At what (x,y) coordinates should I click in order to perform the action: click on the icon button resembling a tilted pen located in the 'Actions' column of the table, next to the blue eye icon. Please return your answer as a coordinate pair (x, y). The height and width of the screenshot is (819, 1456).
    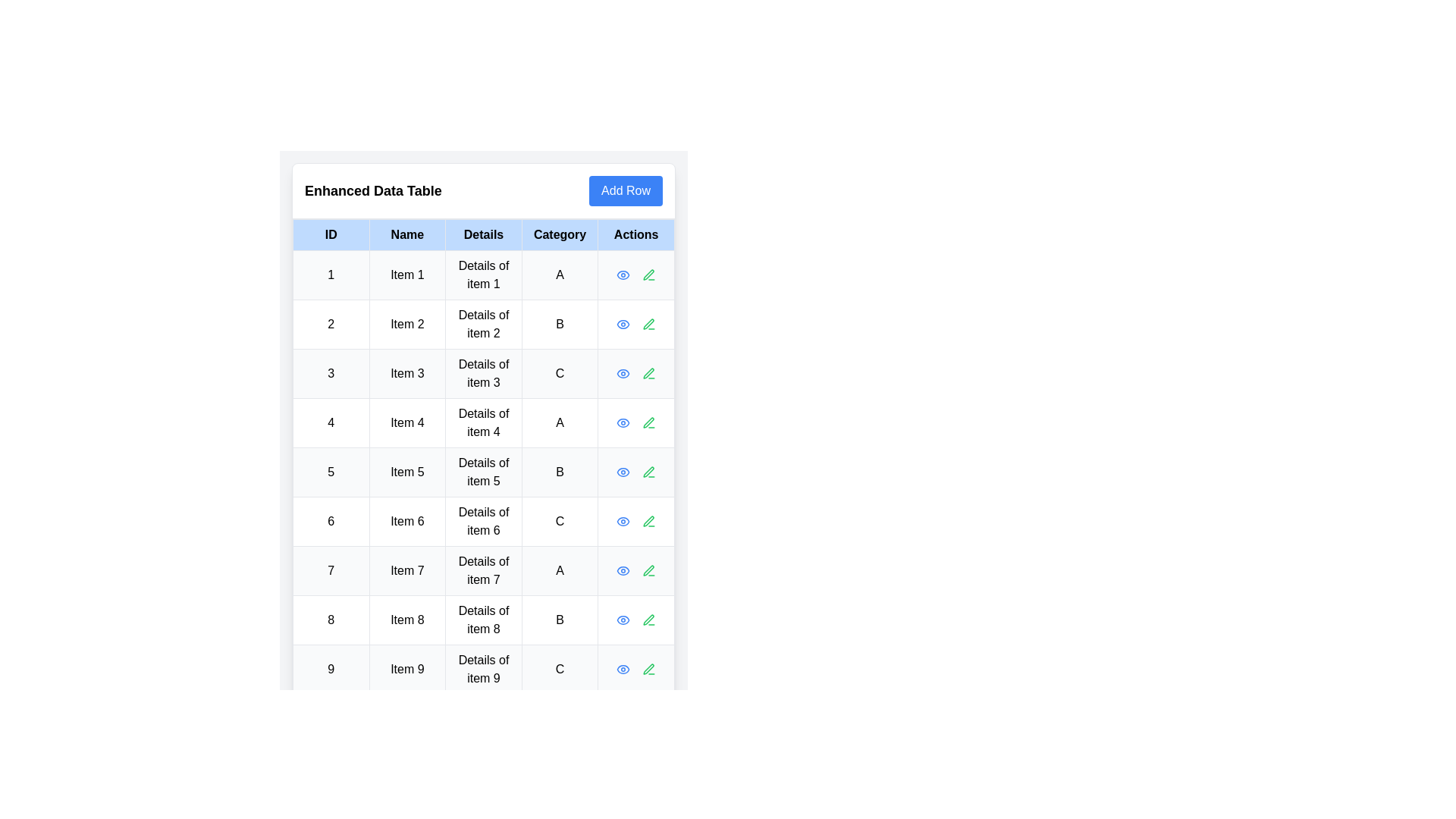
    Looking at the image, I should click on (648, 668).